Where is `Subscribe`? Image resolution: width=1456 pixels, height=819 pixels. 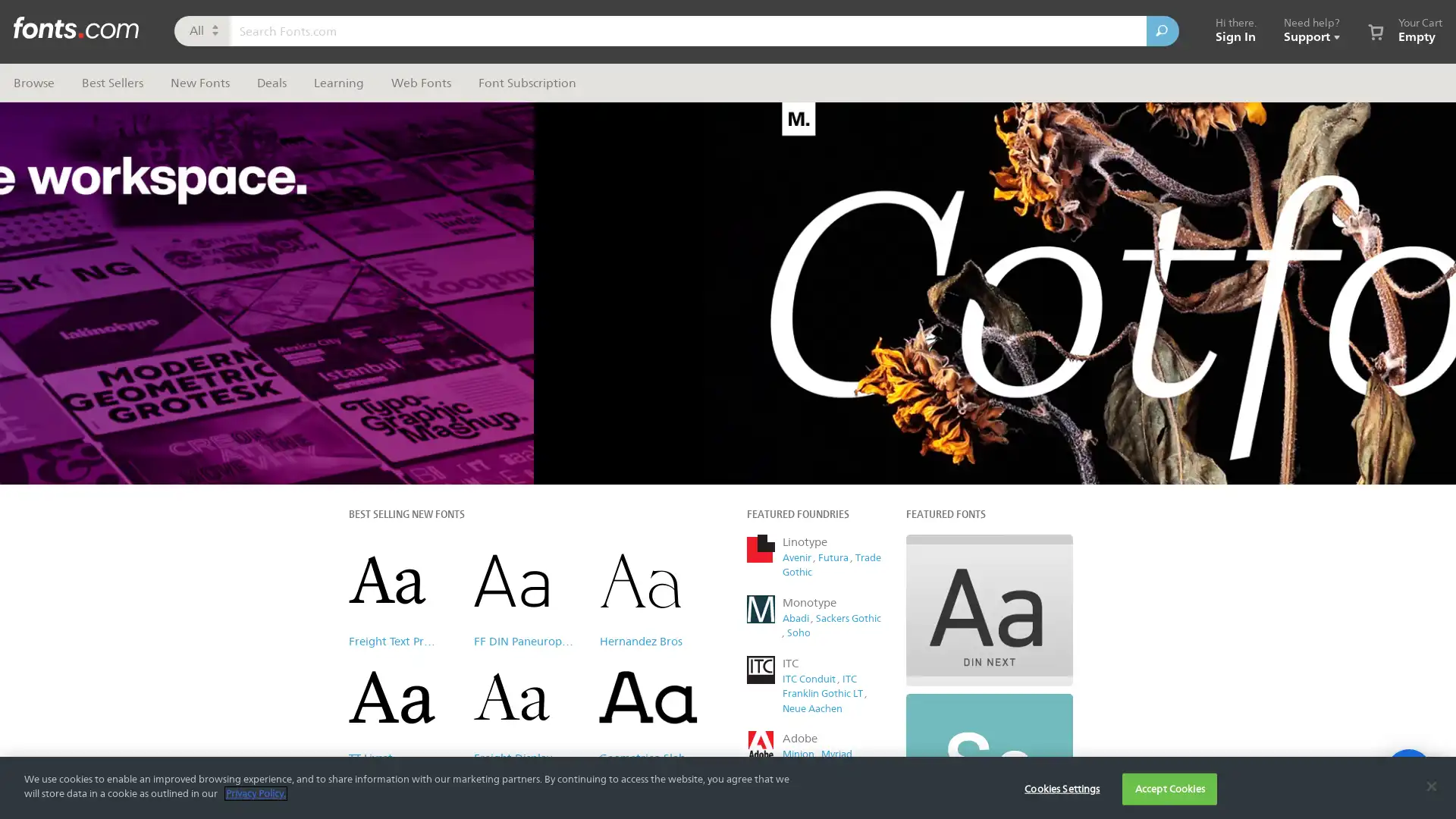 Subscribe is located at coordinates (879, 391).